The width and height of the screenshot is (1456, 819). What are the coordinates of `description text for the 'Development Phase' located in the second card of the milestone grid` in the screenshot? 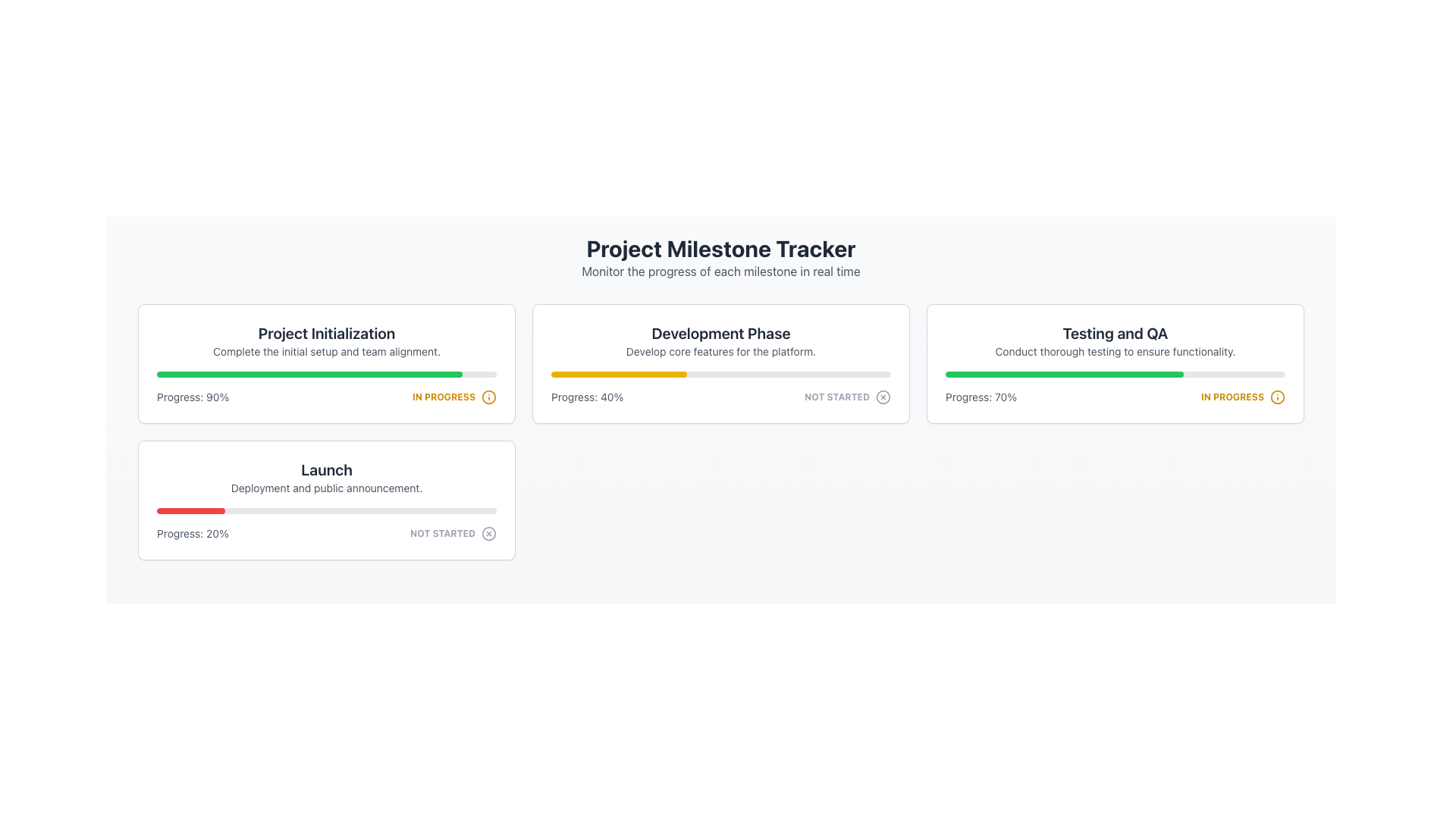 It's located at (720, 351).